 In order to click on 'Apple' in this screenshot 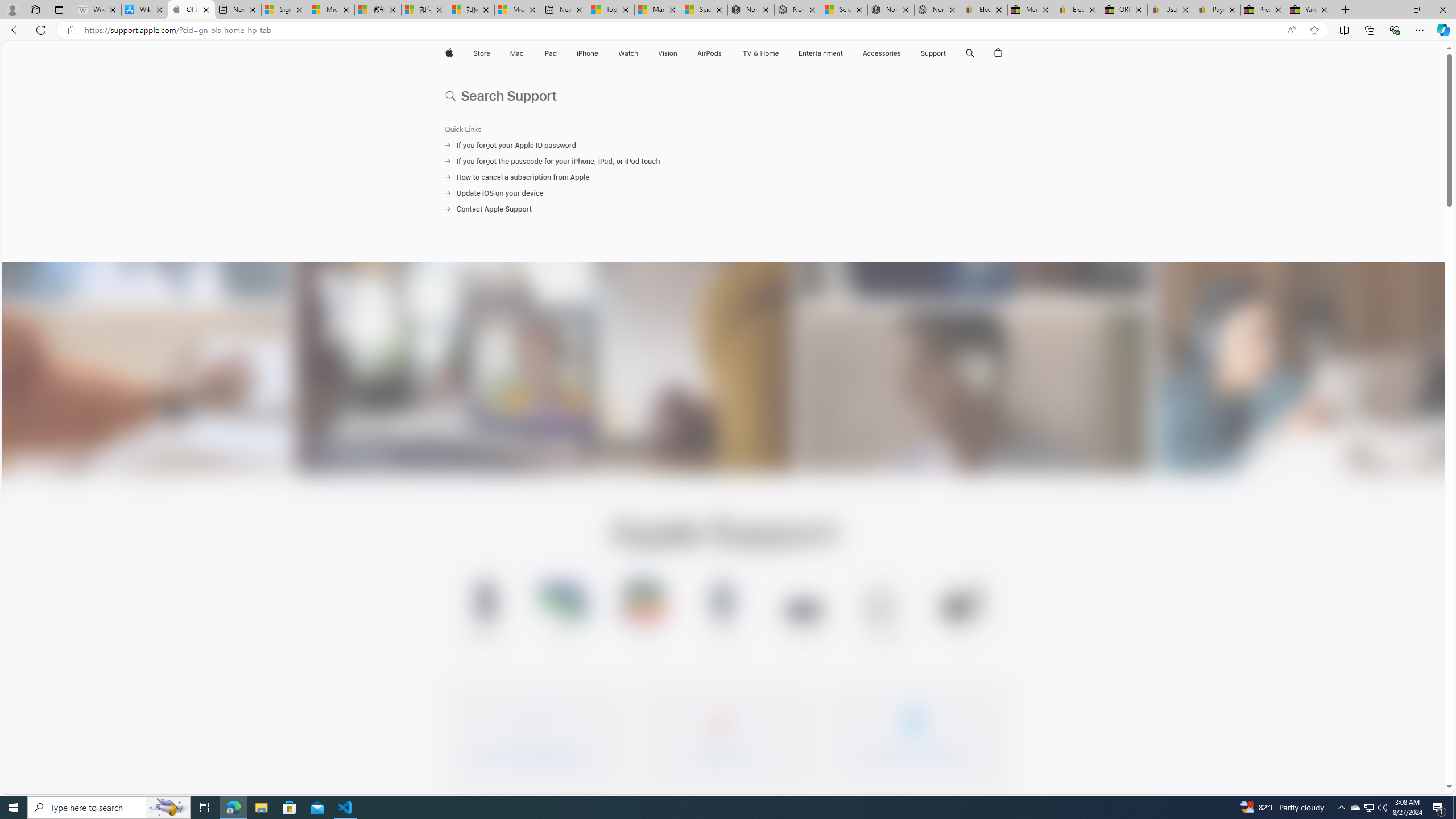, I will do `click(448, 53)`.